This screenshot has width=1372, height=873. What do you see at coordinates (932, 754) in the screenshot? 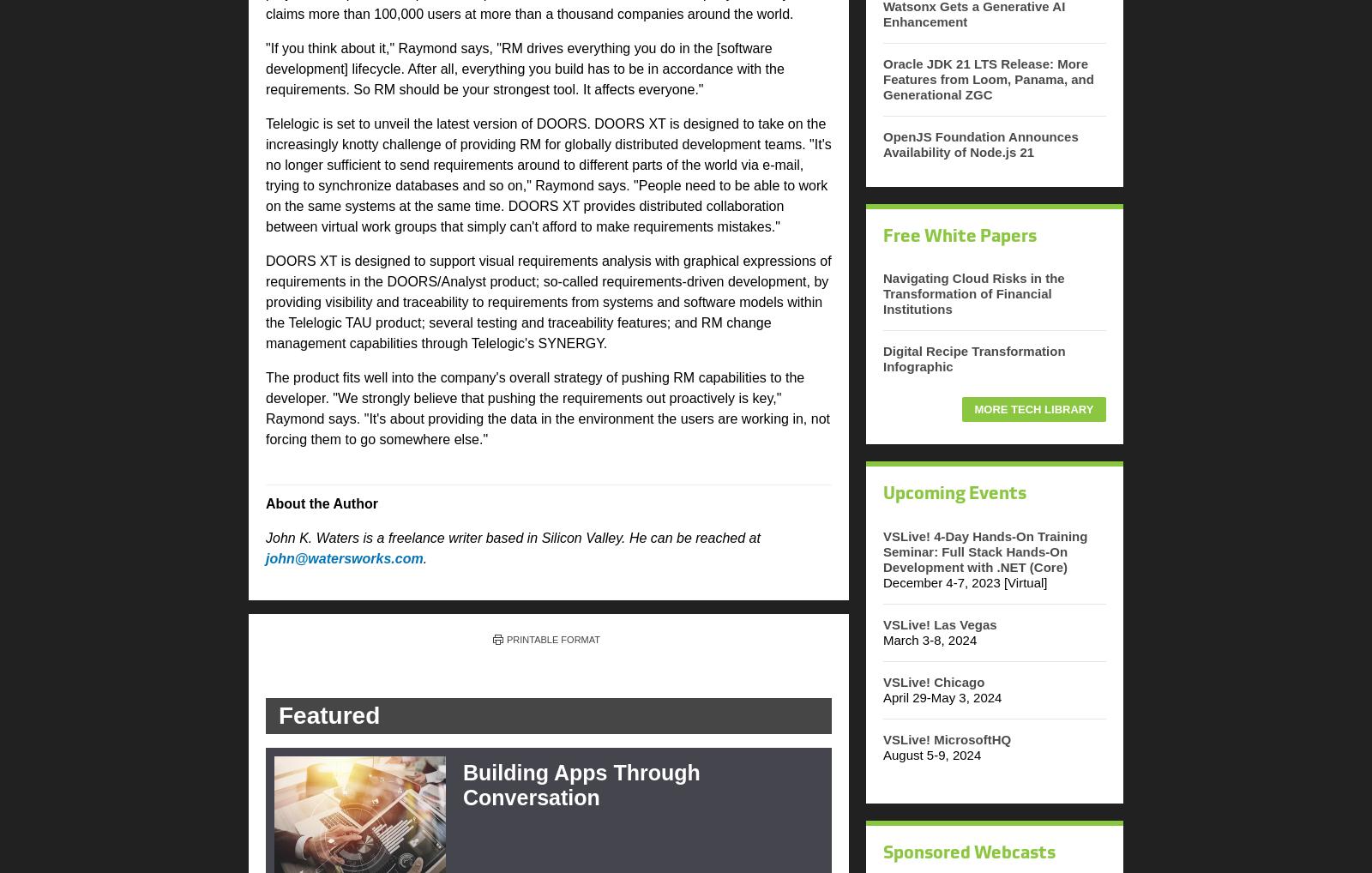
I see `'August 5-9, 2024'` at bounding box center [932, 754].